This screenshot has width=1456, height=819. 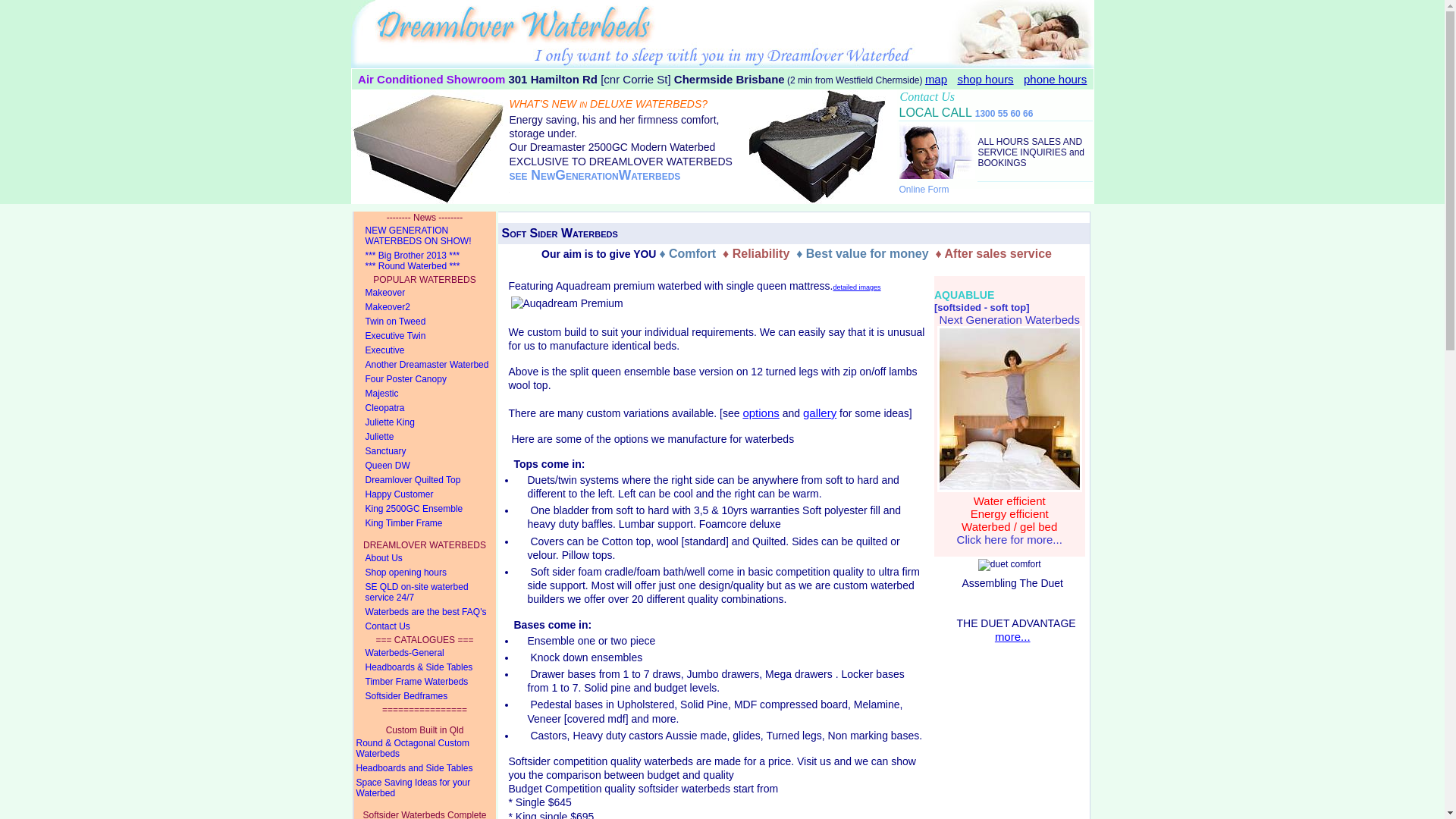 I want to click on 'Four Poster Canopy', so click(x=424, y=378).